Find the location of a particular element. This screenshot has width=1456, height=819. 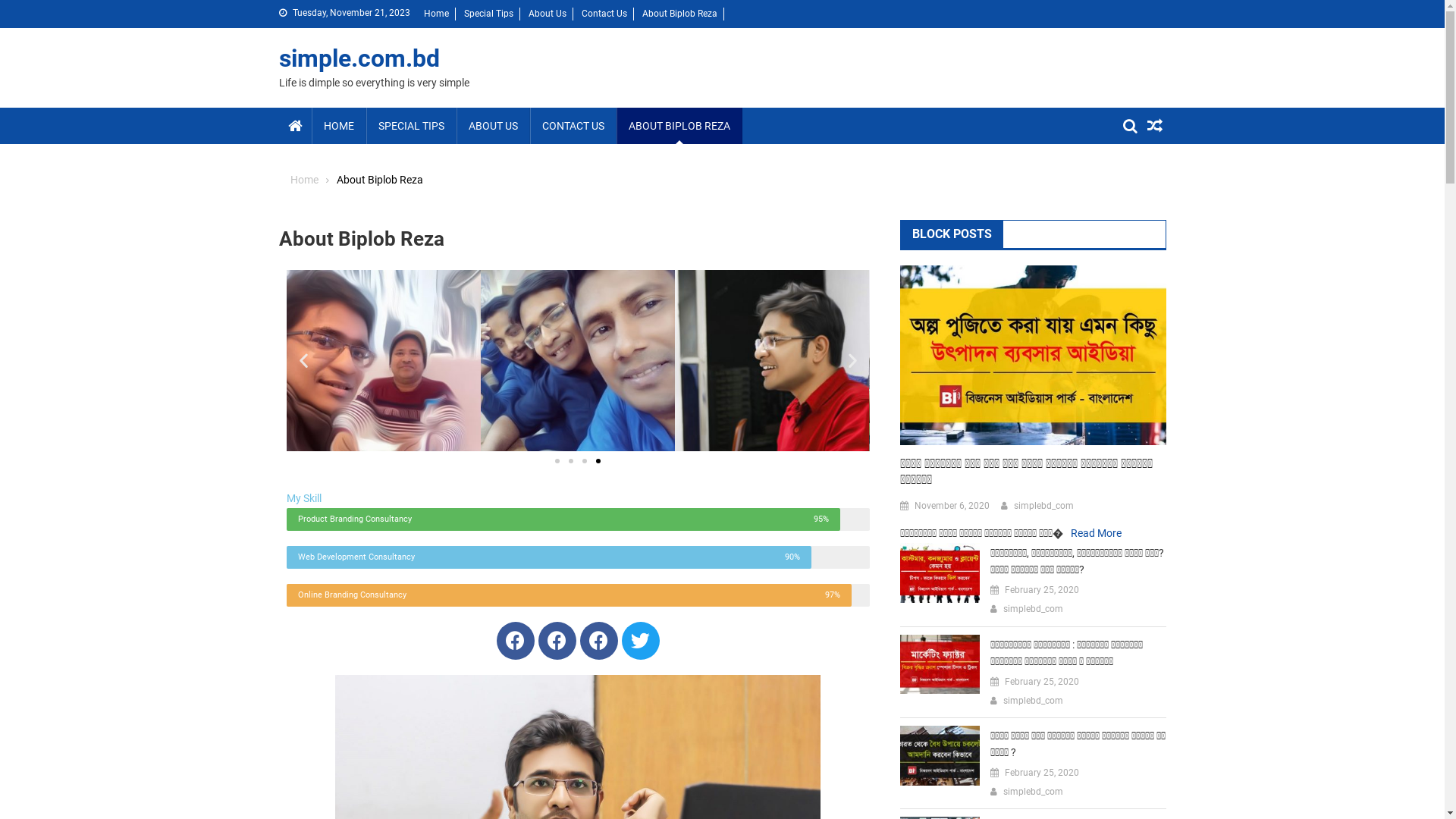

'Search' is located at coordinates (1133, 180).